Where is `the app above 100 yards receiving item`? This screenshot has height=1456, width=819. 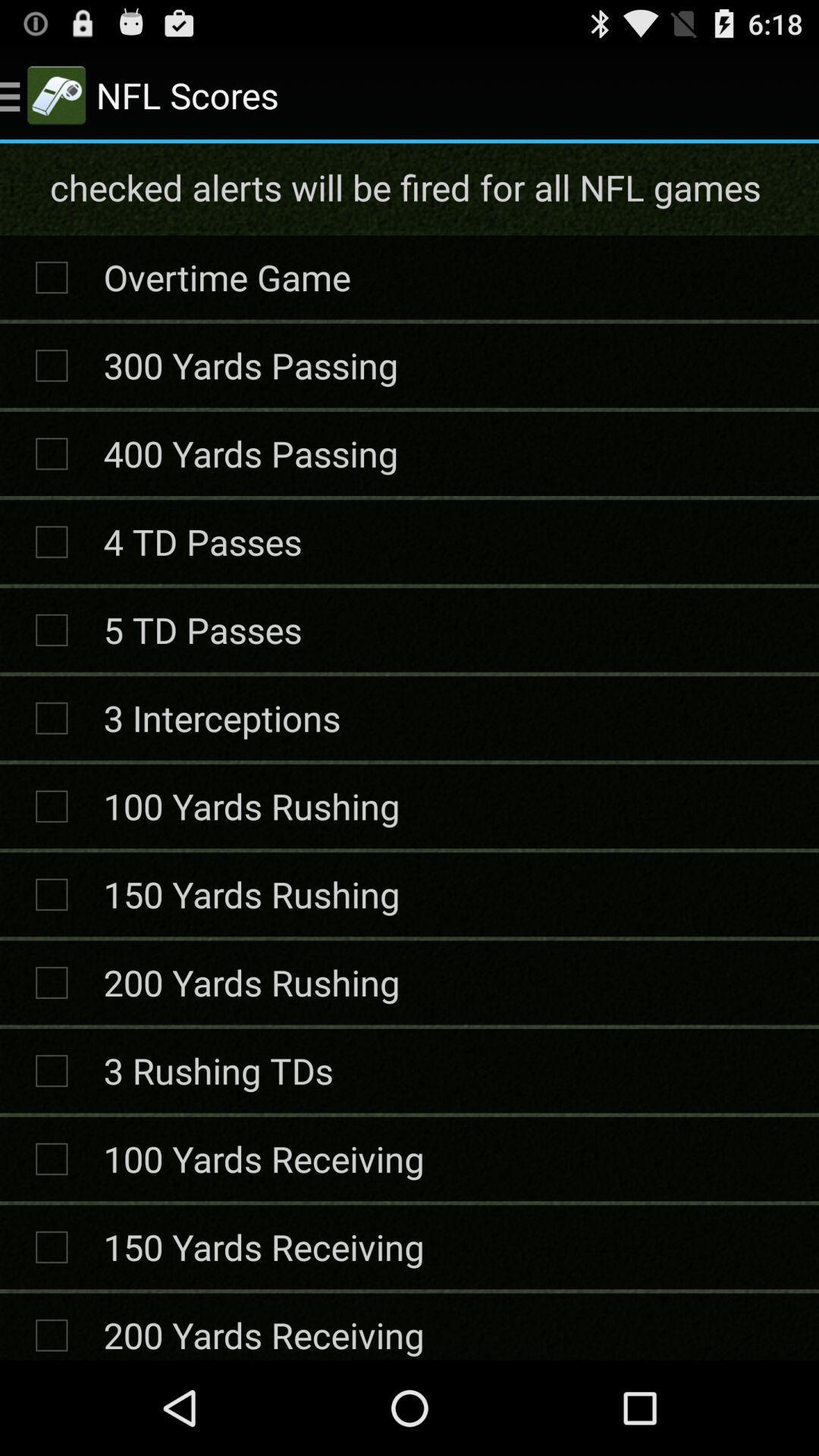 the app above 100 yards receiving item is located at coordinates (218, 1069).